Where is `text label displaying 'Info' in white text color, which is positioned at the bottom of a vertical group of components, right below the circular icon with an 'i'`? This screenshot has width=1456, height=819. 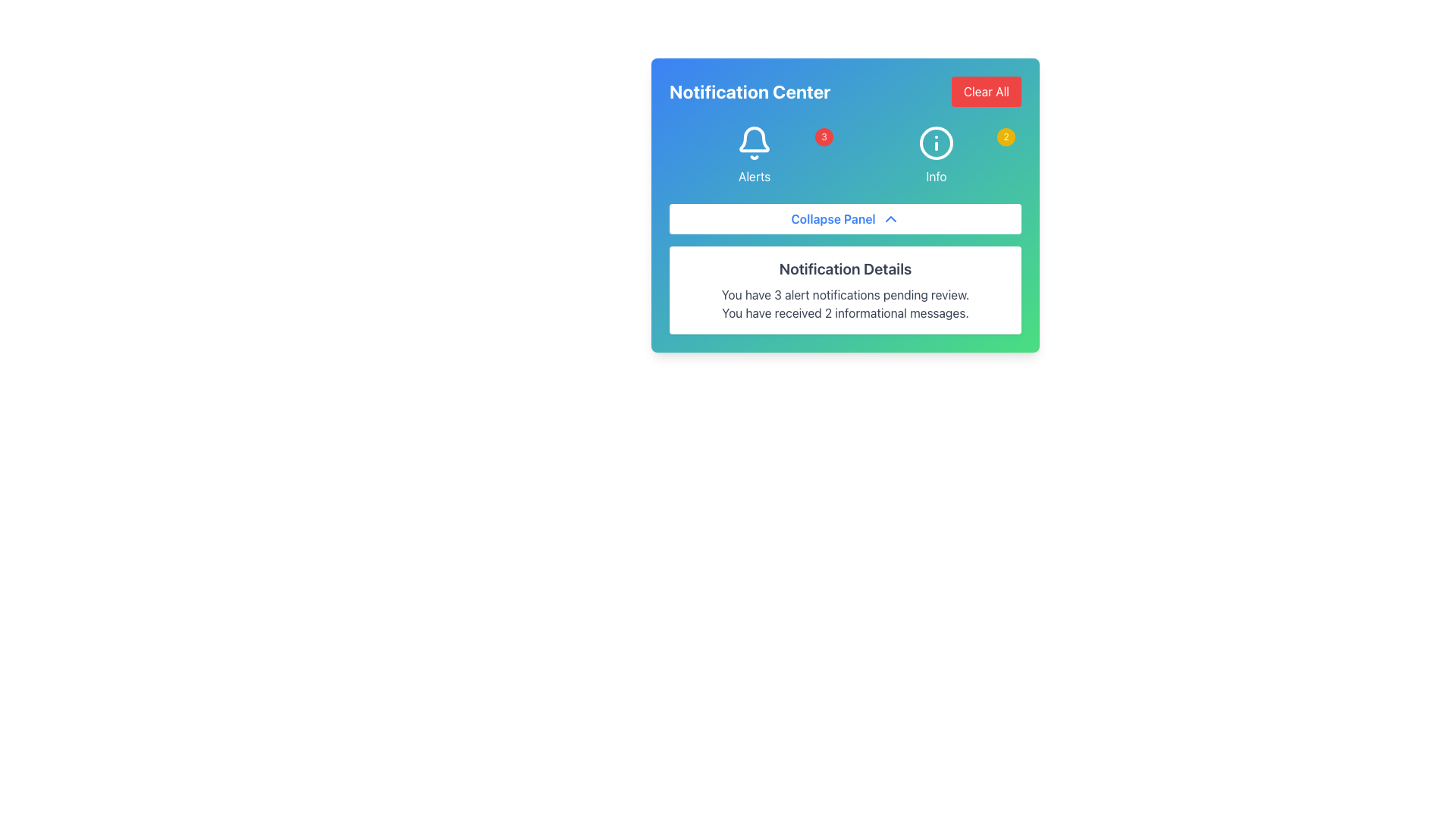 text label displaying 'Info' in white text color, which is positioned at the bottom of a vertical group of components, right below the circular icon with an 'i' is located at coordinates (935, 175).